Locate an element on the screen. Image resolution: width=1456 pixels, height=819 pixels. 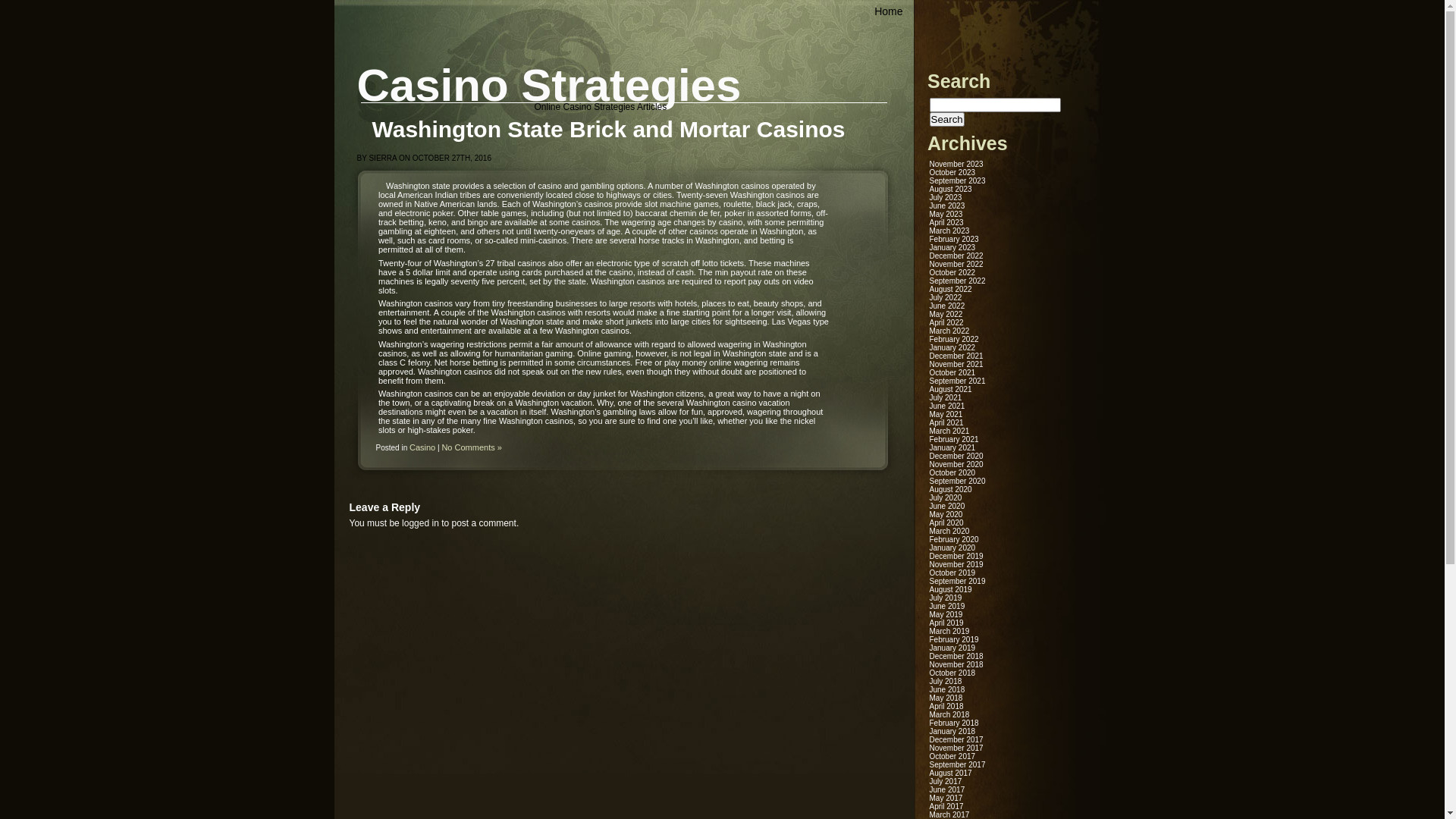
'Casino Strategies' is located at coordinates (548, 85).